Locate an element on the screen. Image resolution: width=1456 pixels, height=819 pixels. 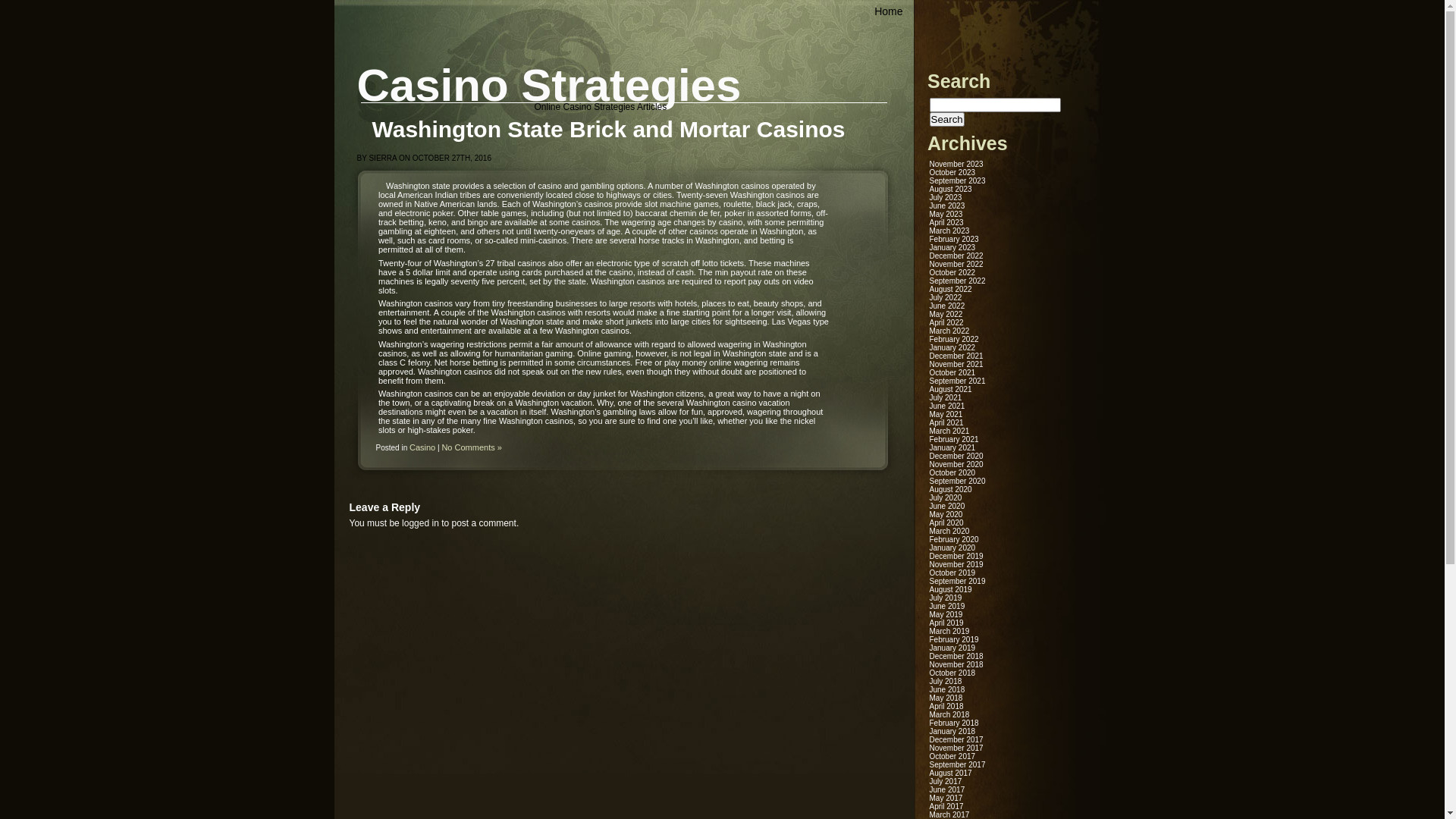
'Casino Strategies' is located at coordinates (548, 85).